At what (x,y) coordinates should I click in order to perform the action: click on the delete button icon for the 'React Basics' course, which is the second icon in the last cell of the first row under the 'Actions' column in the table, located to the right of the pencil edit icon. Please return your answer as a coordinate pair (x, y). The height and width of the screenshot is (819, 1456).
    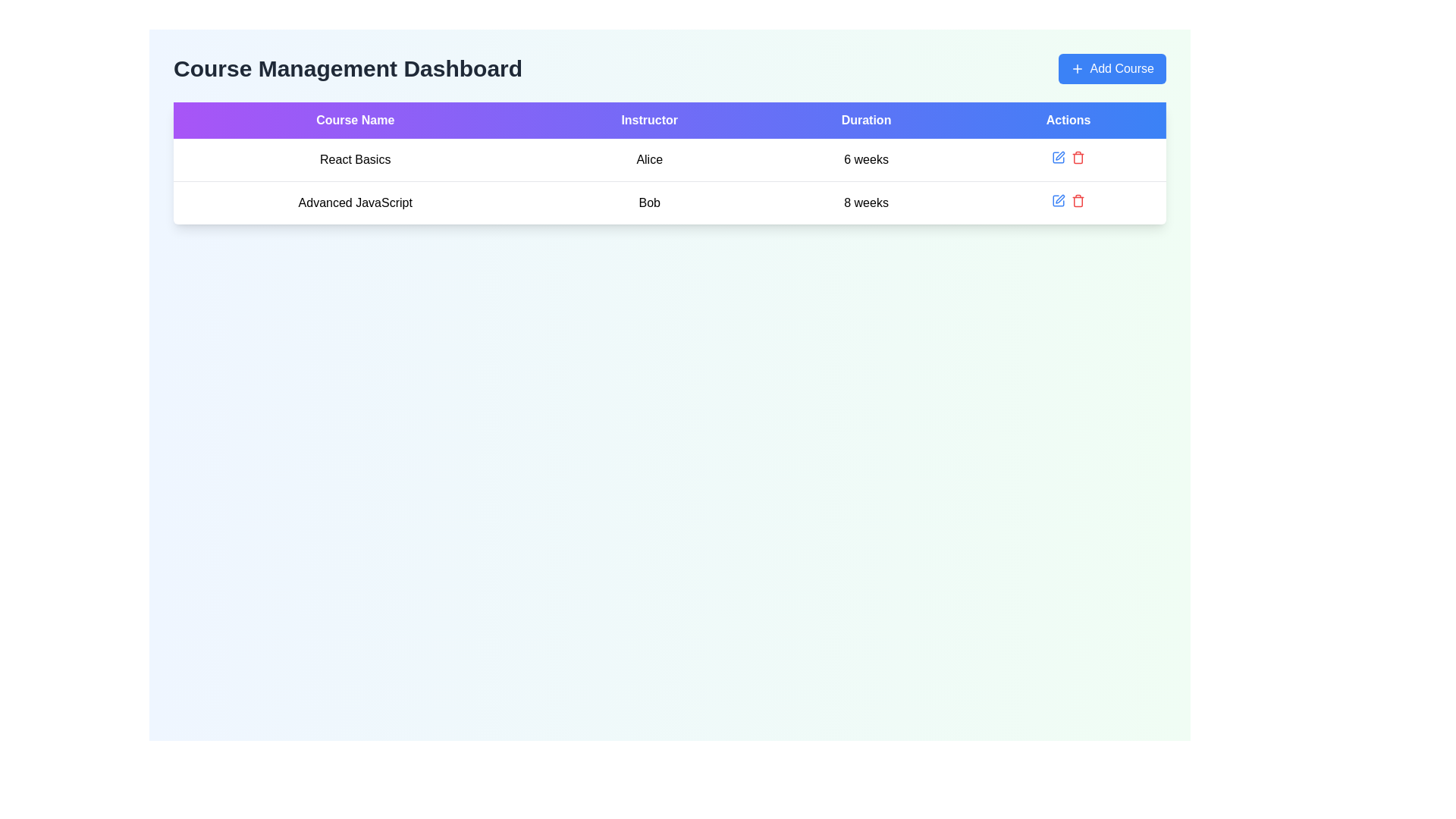
    Looking at the image, I should click on (1077, 158).